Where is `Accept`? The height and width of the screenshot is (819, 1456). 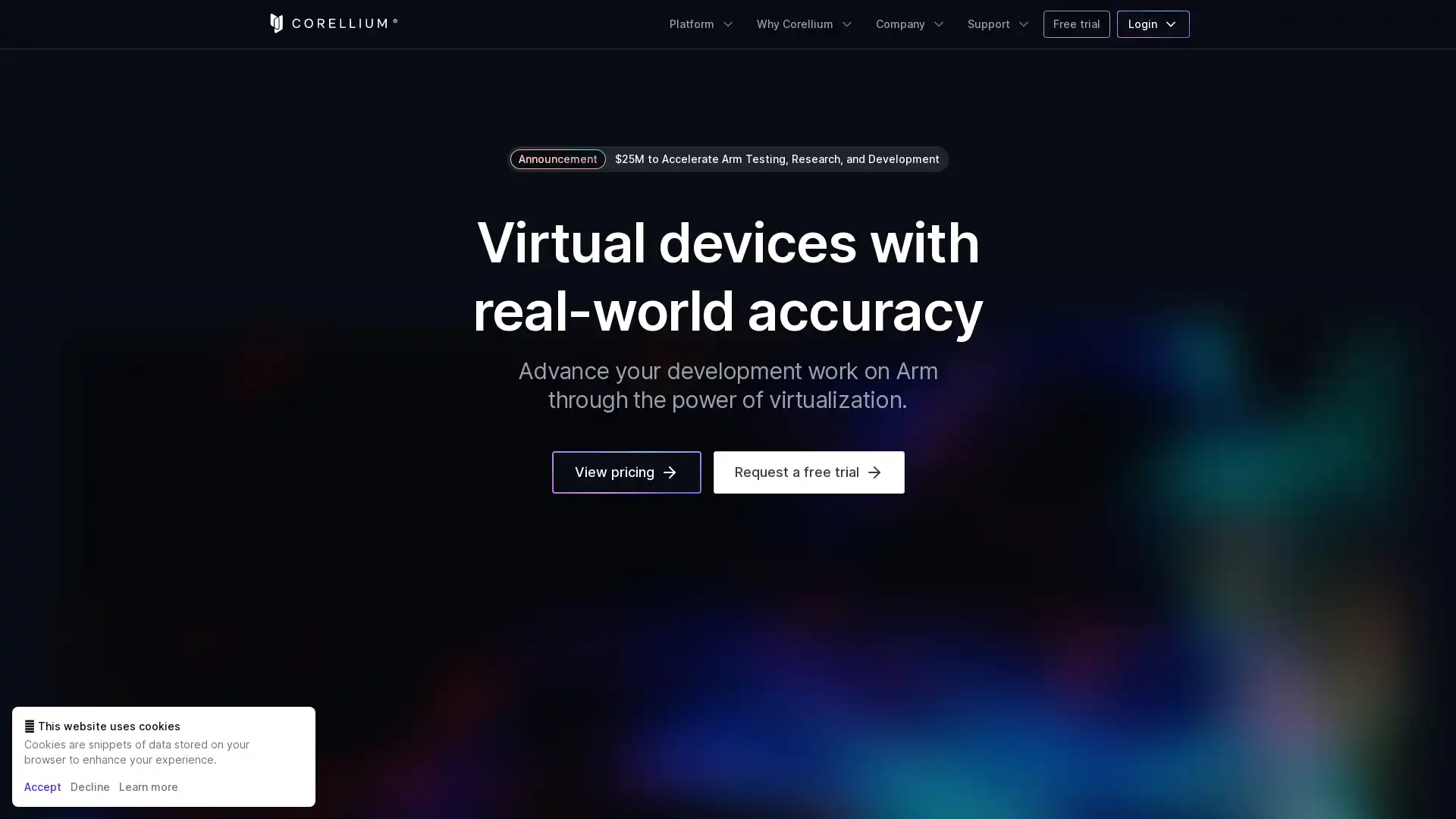 Accept is located at coordinates (42, 786).